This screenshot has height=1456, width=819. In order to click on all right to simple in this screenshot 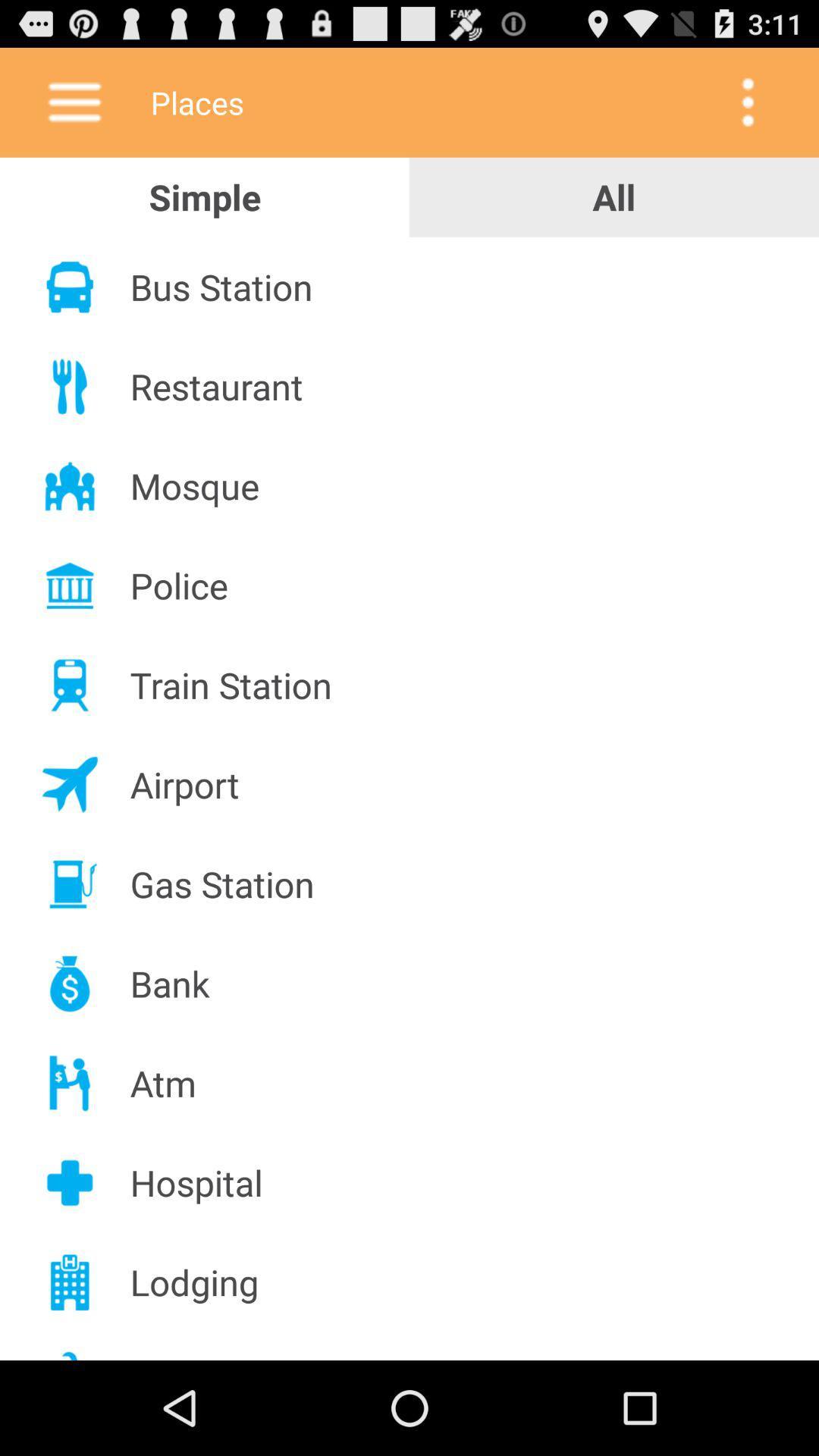, I will do `click(614, 196)`.